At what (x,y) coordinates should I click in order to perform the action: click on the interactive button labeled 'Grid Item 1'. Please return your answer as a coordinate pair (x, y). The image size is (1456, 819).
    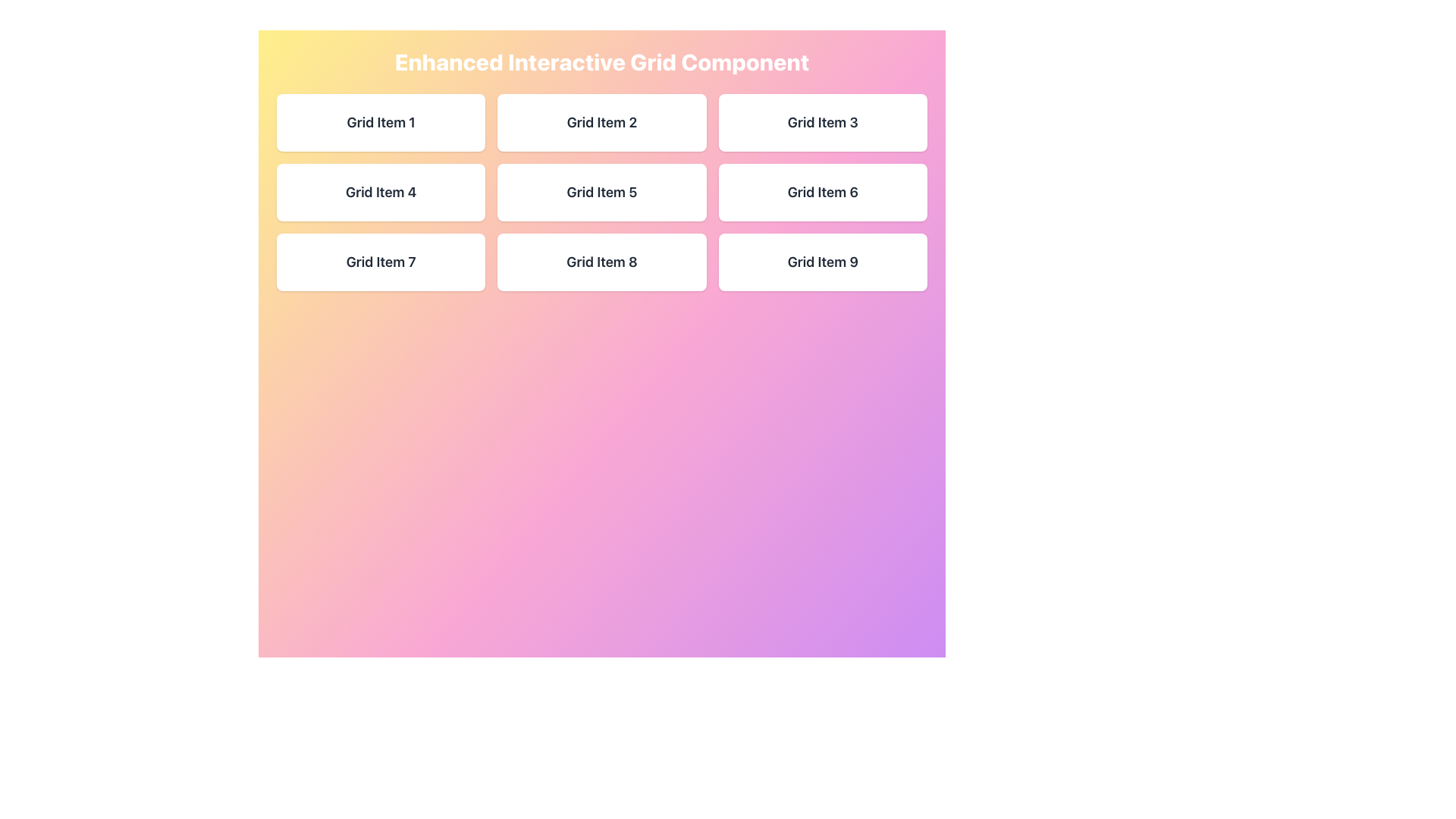
    Looking at the image, I should click on (381, 122).